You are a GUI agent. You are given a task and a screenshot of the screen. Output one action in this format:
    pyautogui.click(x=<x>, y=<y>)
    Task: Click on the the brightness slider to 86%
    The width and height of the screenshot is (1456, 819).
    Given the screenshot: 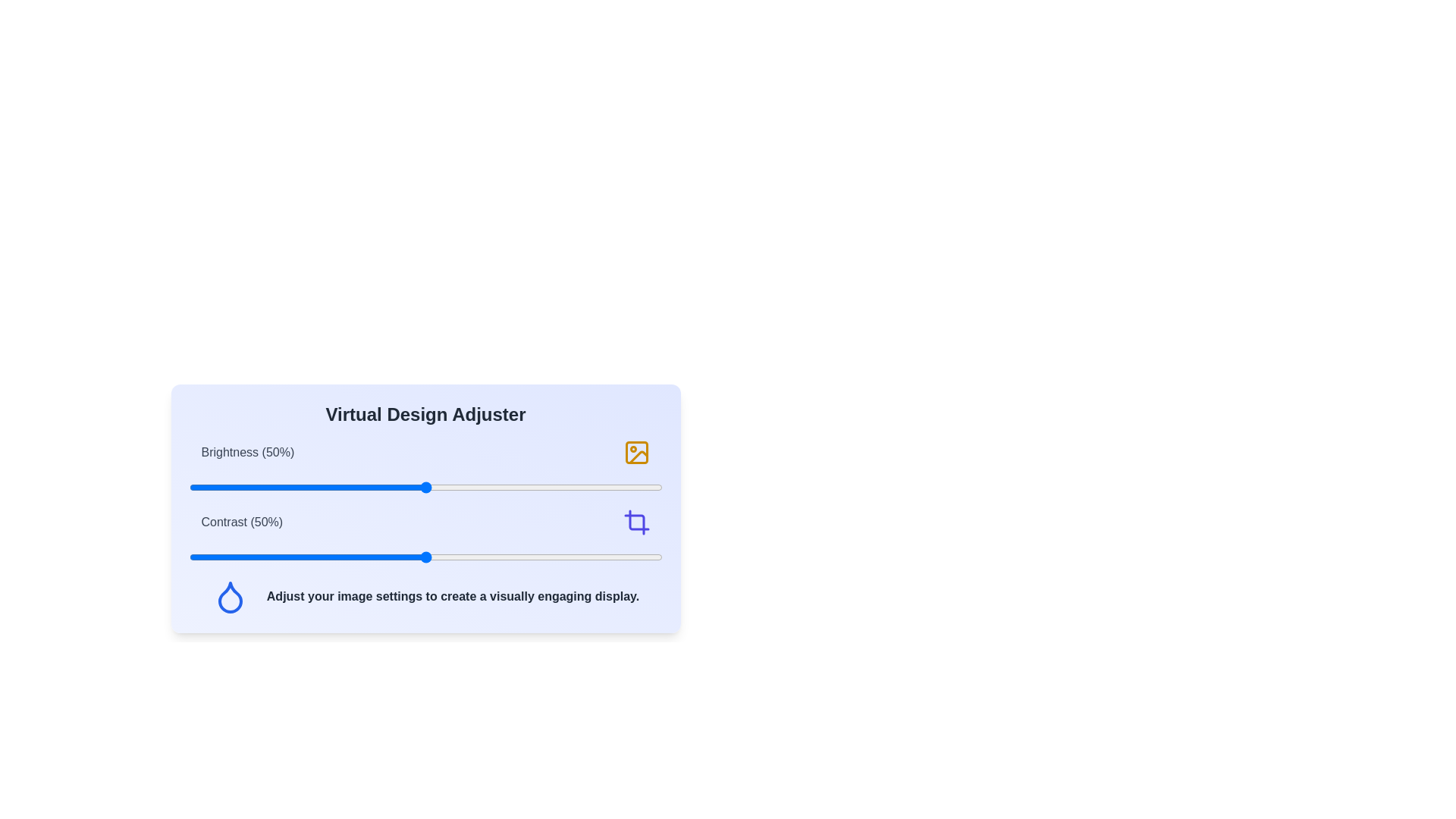 What is the action you would take?
    pyautogui.click(x=595, y=488)
    